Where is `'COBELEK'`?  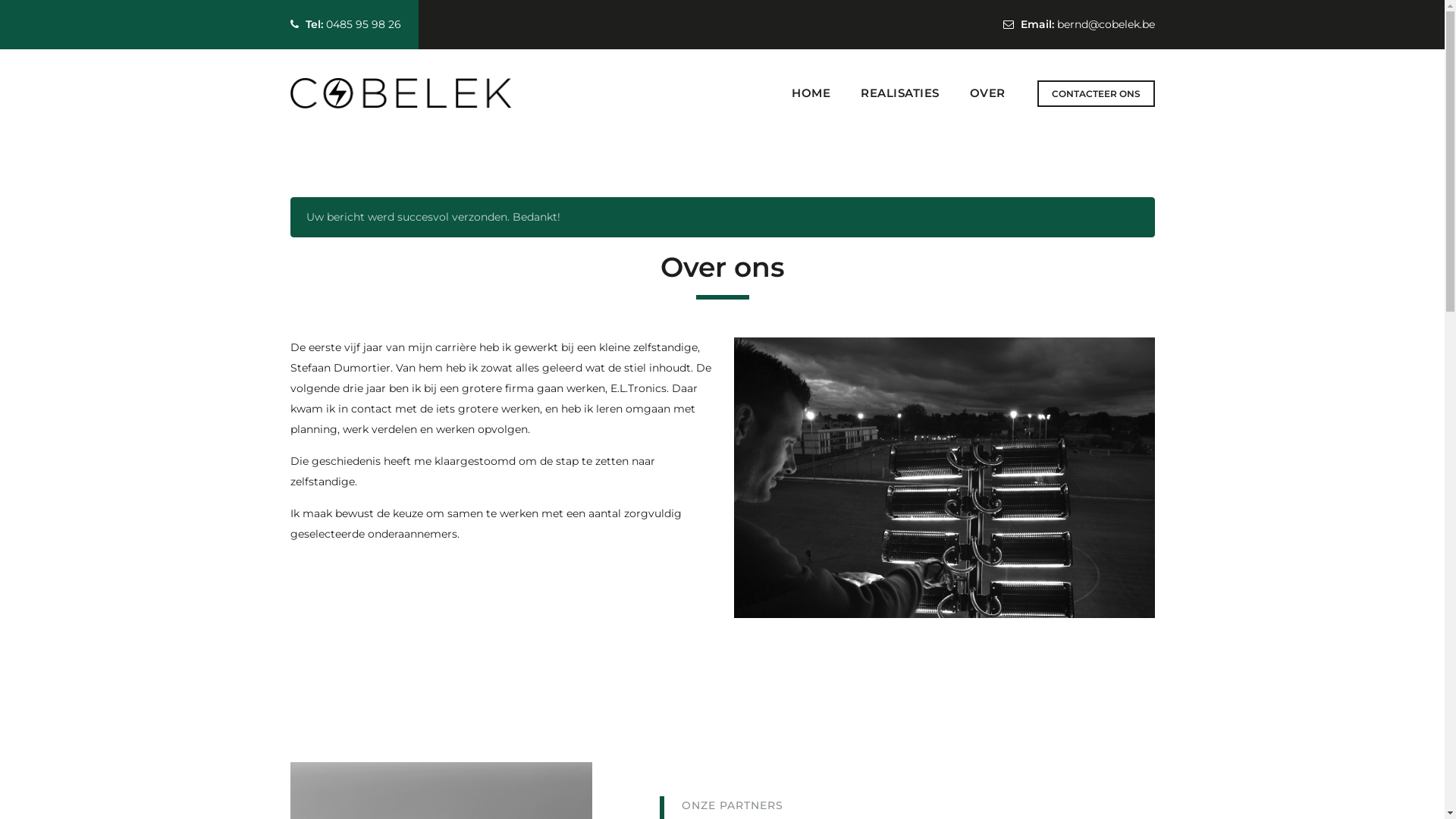
'COBELEK' is located at coordinates (400, 93).